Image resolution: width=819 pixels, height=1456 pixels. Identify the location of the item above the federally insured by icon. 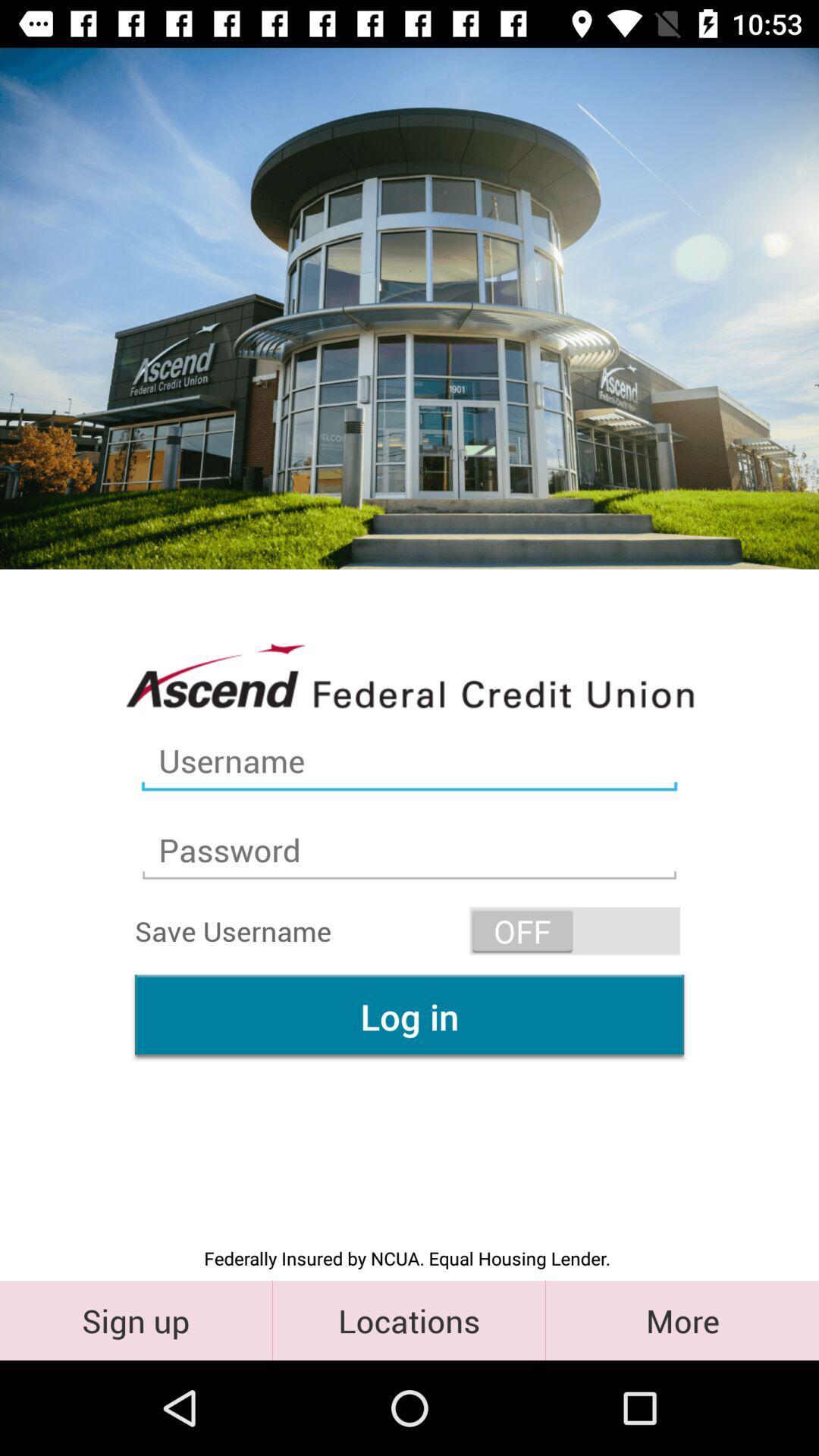
(409, 1016).